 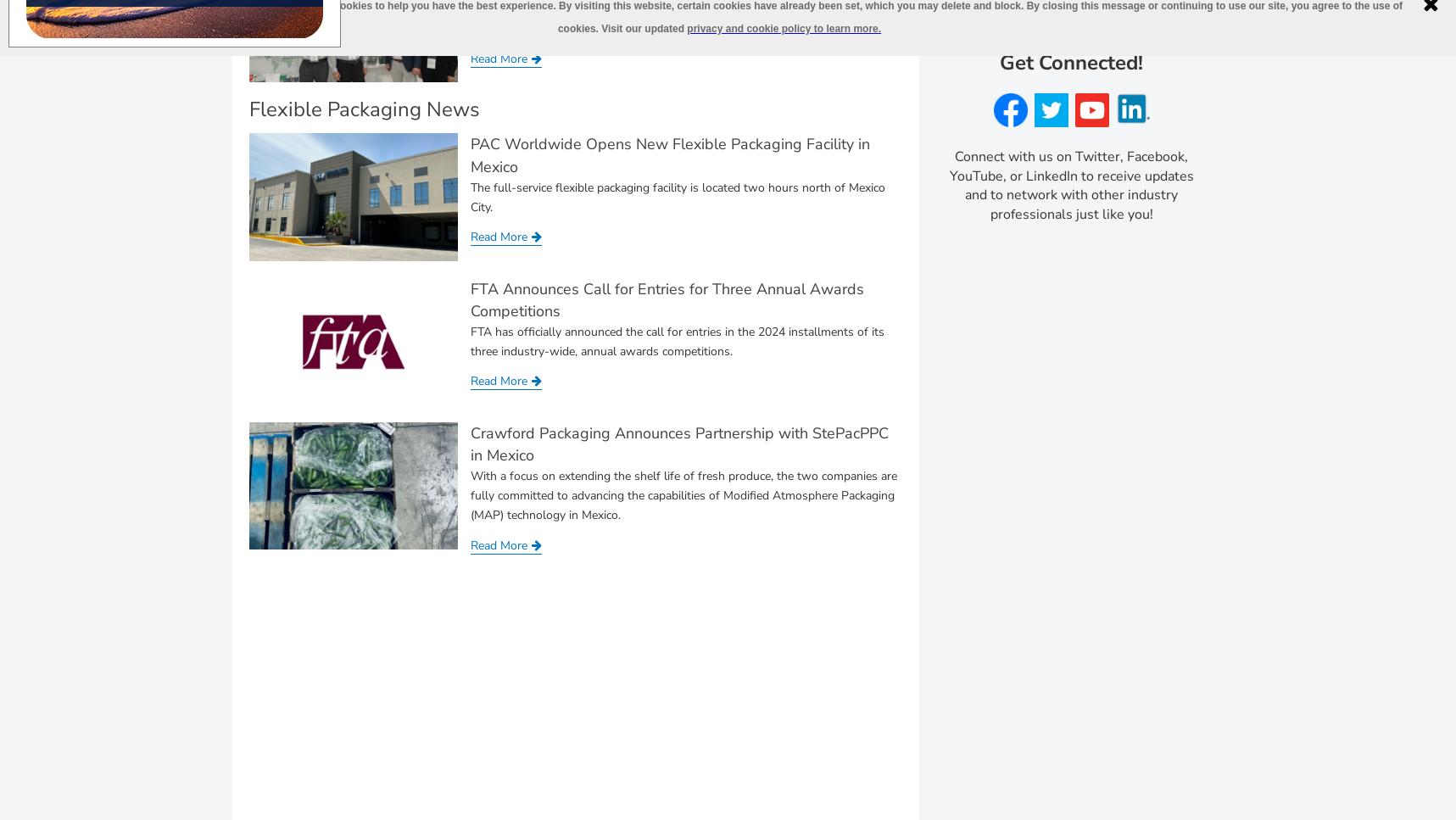 What do you see at coordinates (683, 494) in the screenshot?
I see `'With a focus on extending the shelf life of fresh produce, the two companies are fully committed to advancing the capabilities of Modified Atmosphere Packaging (MAP) technology in Mexico.'` at bounding box center [683, 494].